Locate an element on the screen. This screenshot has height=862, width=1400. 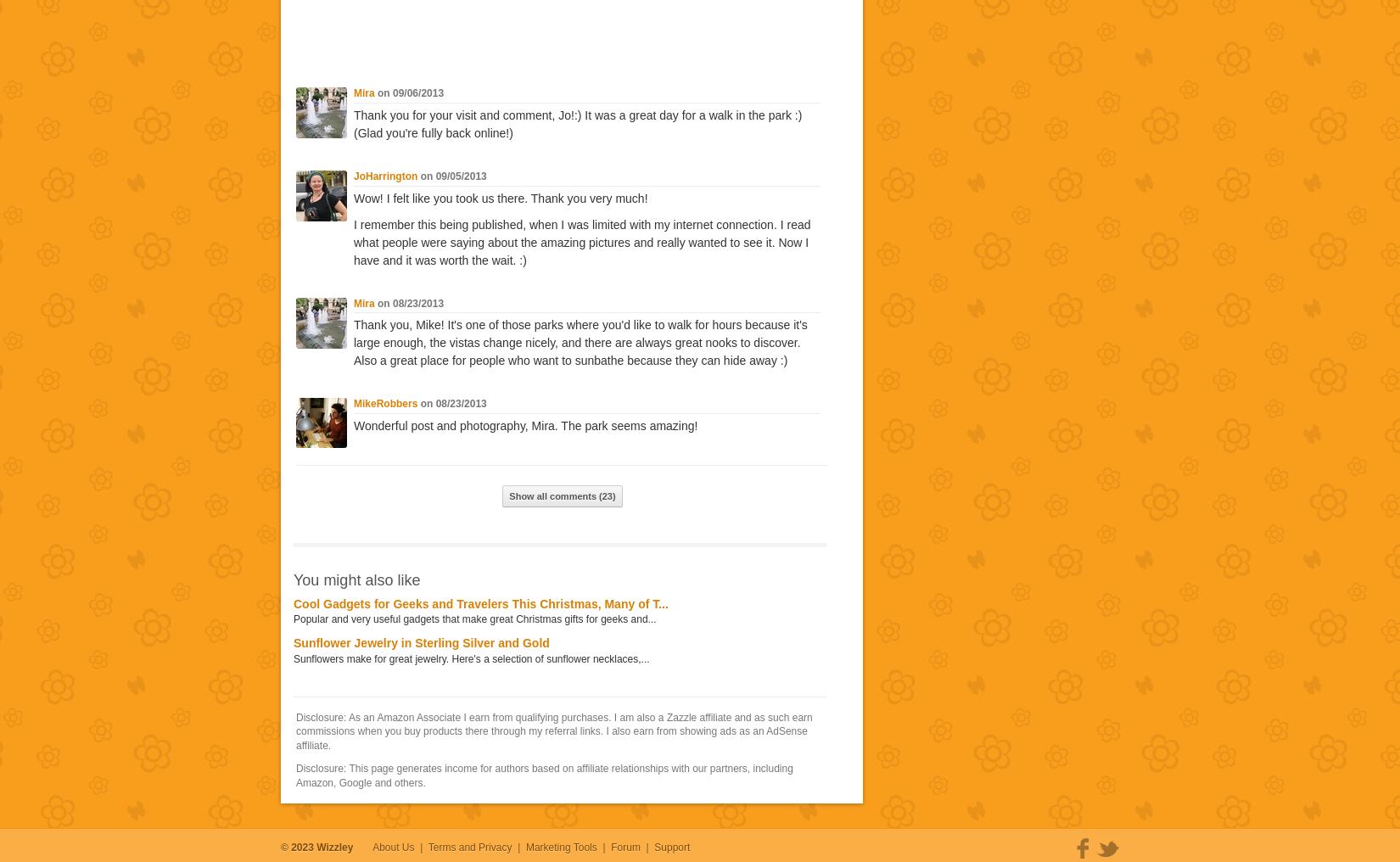
'on 09/06/2013' is located at coordinates (407, 93).